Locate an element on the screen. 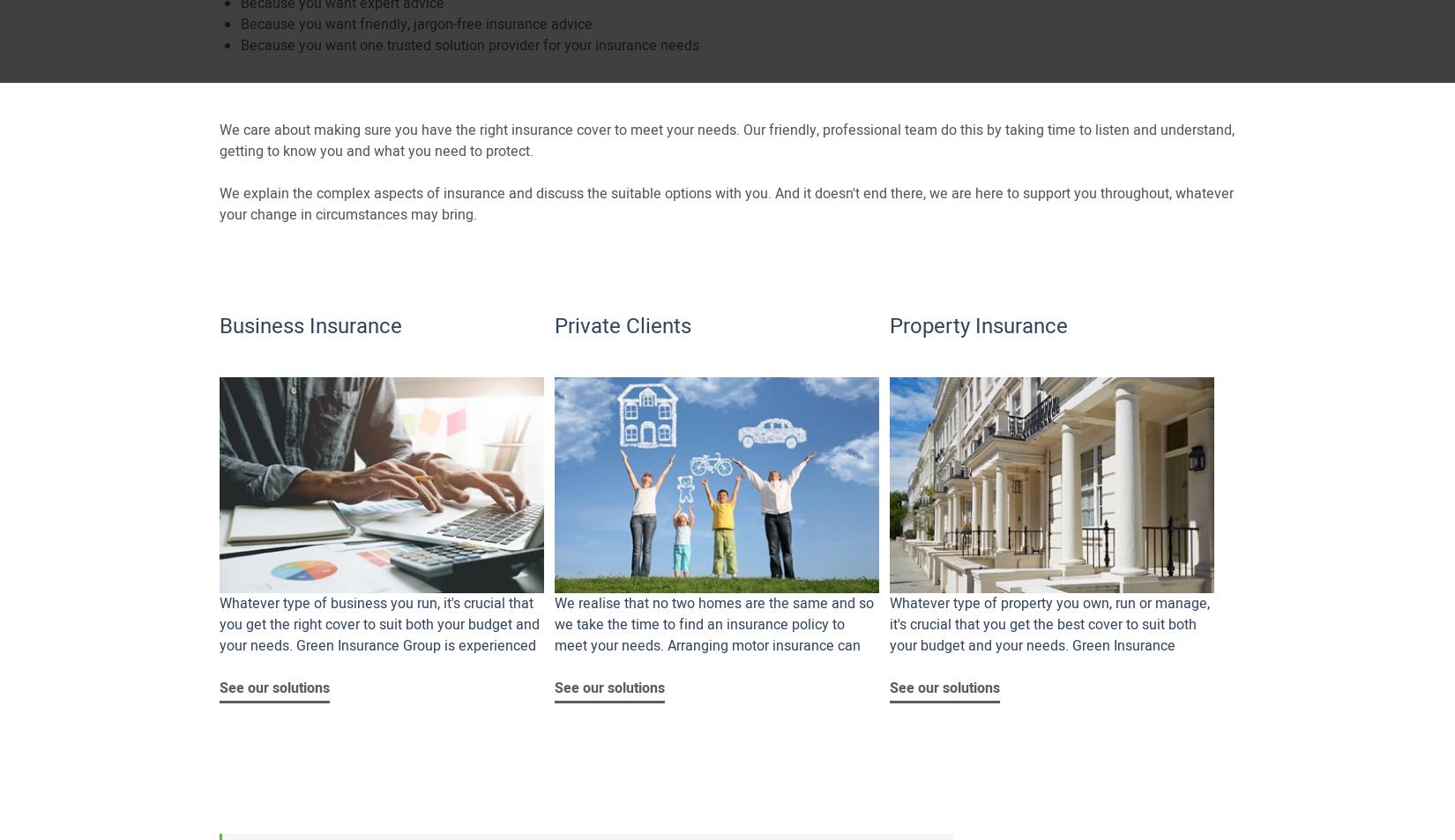 The width and height of the screenshot is (1455, 840). 'Whatever type of business you run, it's crucial that you get the right cover to suit both your budget and your needs. Green Insurance Group is experienced at offering you professional friendly advice and cover.' is located at coordinates (378, 646).